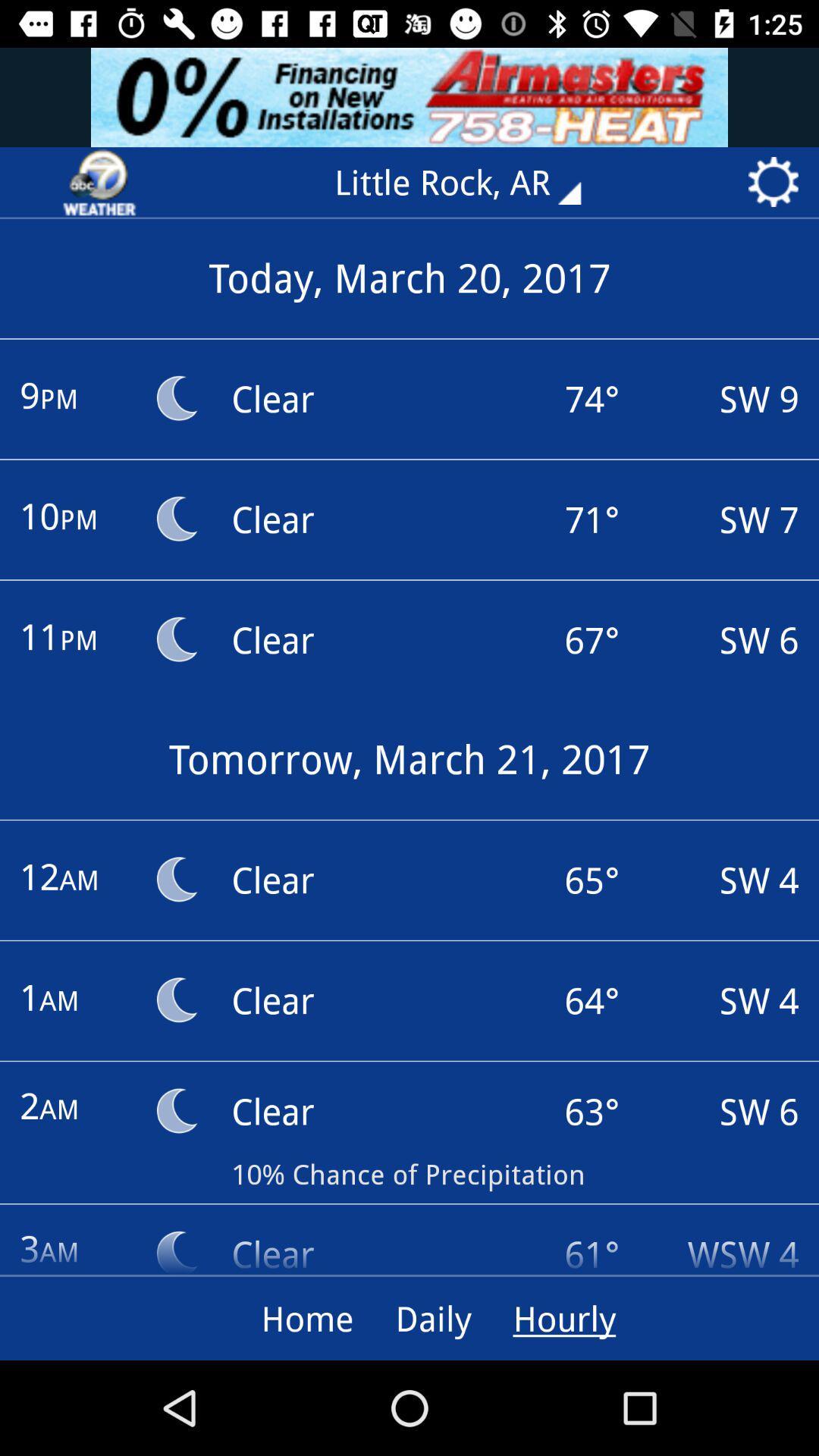  What do you see at coordinates (99, 182) in the screenshot?
I see `check weather` at bounding box center [99, 182].